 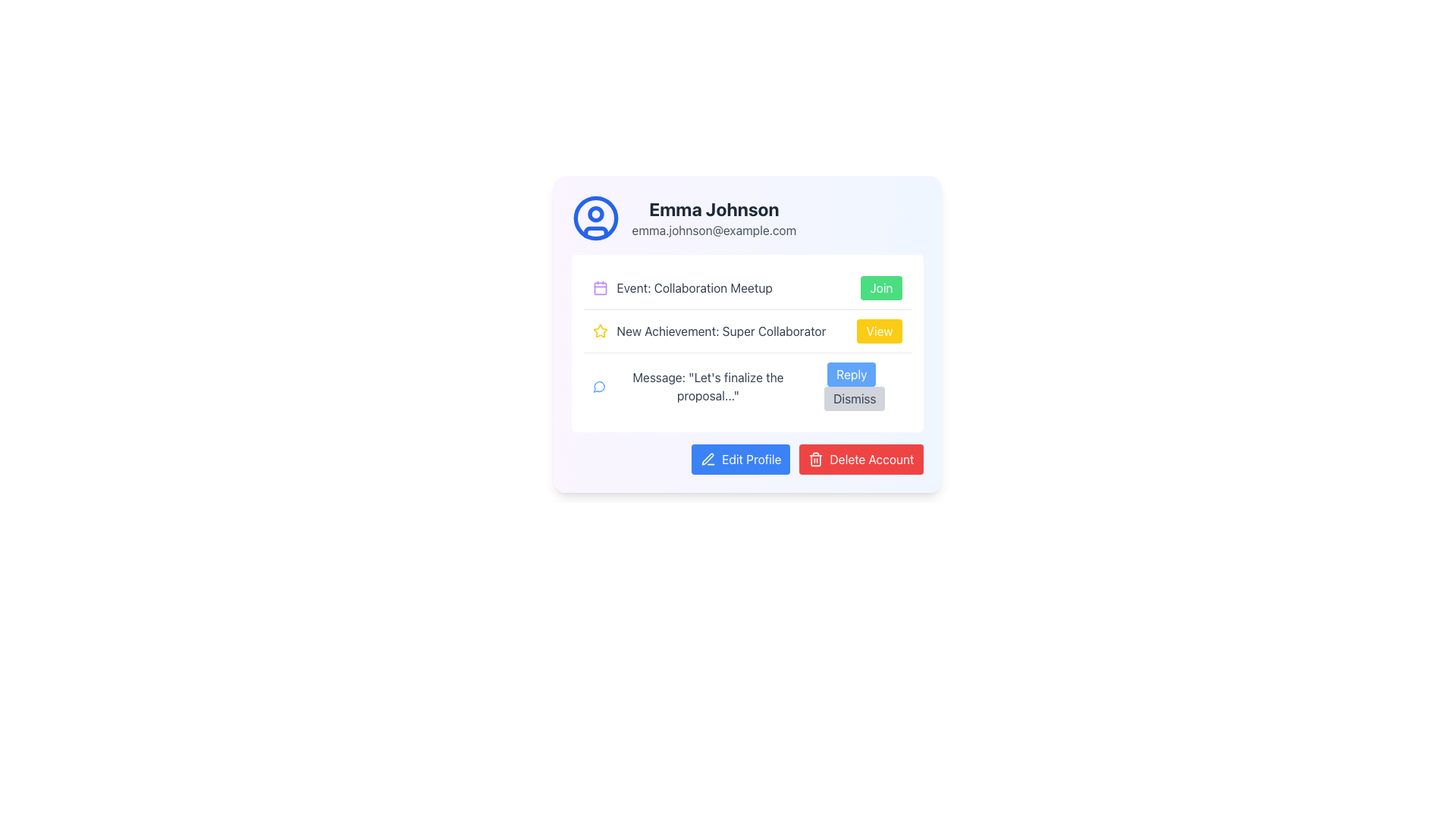 I want to click on the user profile icon located in the upper-left area of the card component, which serves as an identifying icon for the user profile information, so click(x=595, y=218).